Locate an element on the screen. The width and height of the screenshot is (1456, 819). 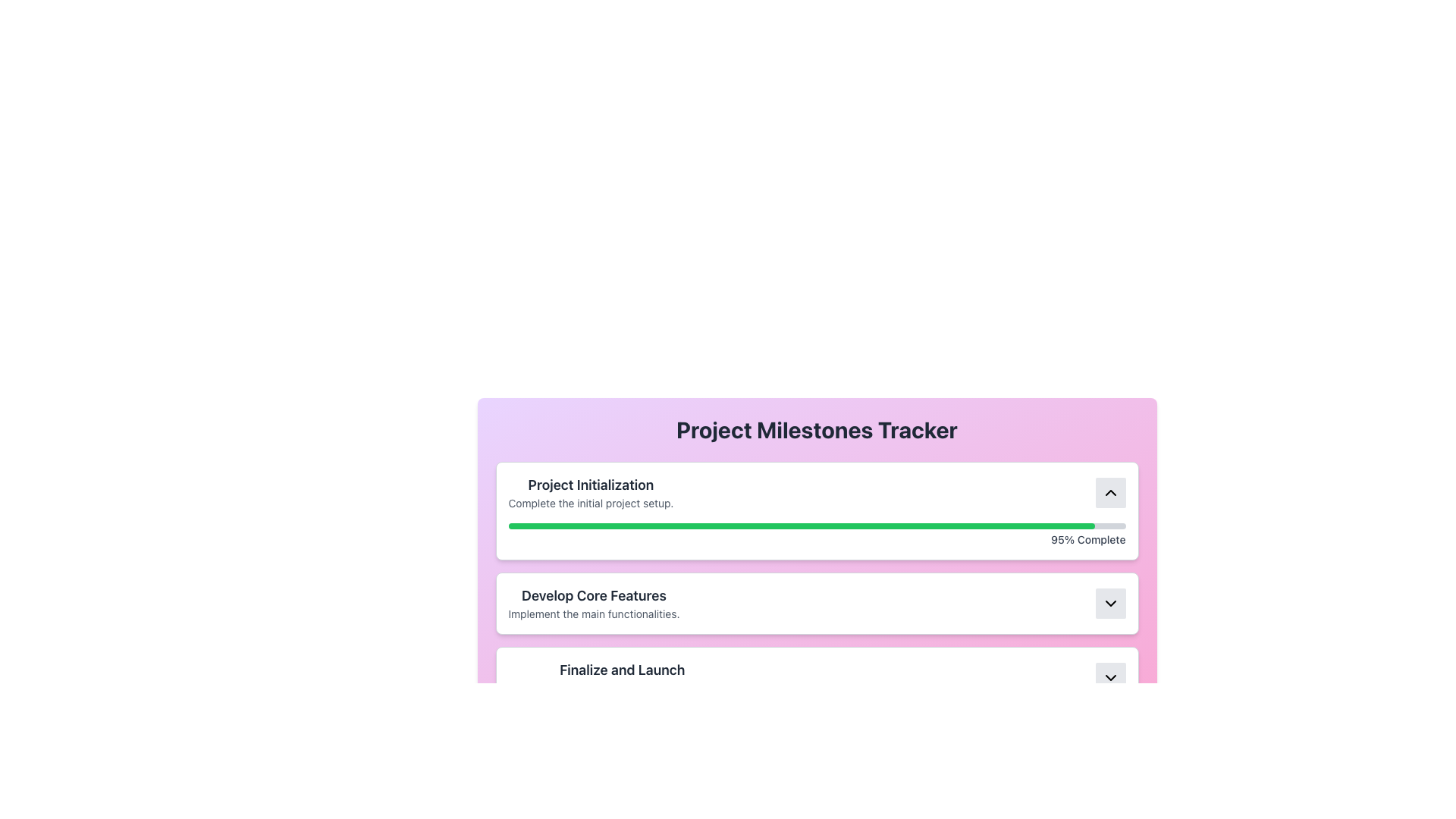
on the 'Develop Core Features' informational card located centrally in the project tracker interface, positioned between 'Project Initialization' and 'Finalize and Launch' sections is located at coordinates (816, 584).